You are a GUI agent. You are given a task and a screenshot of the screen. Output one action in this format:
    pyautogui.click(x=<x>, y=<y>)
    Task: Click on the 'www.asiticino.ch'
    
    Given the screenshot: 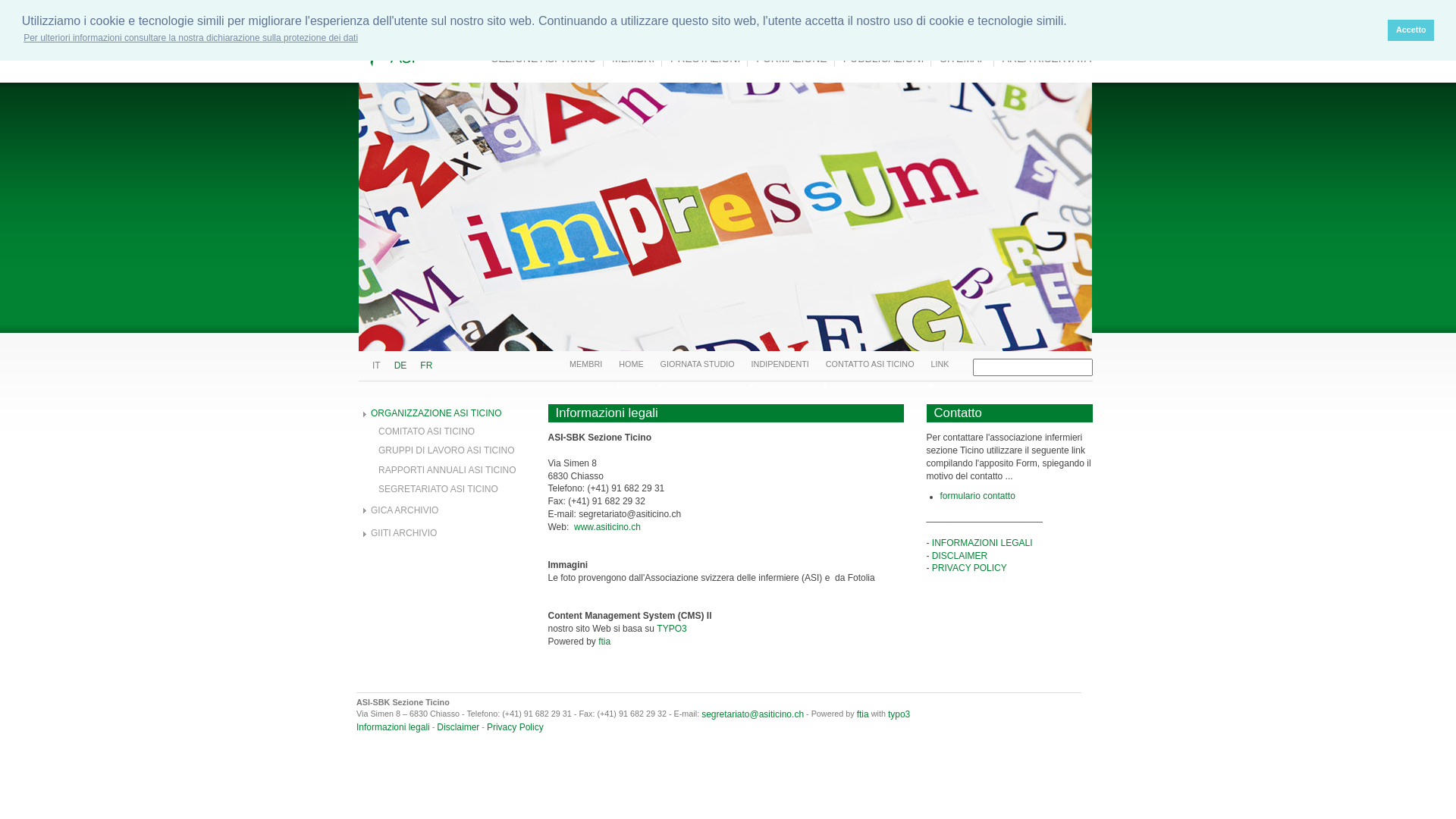 What is the action you would take?
    pyautogui.click(x=607, y=526)
    